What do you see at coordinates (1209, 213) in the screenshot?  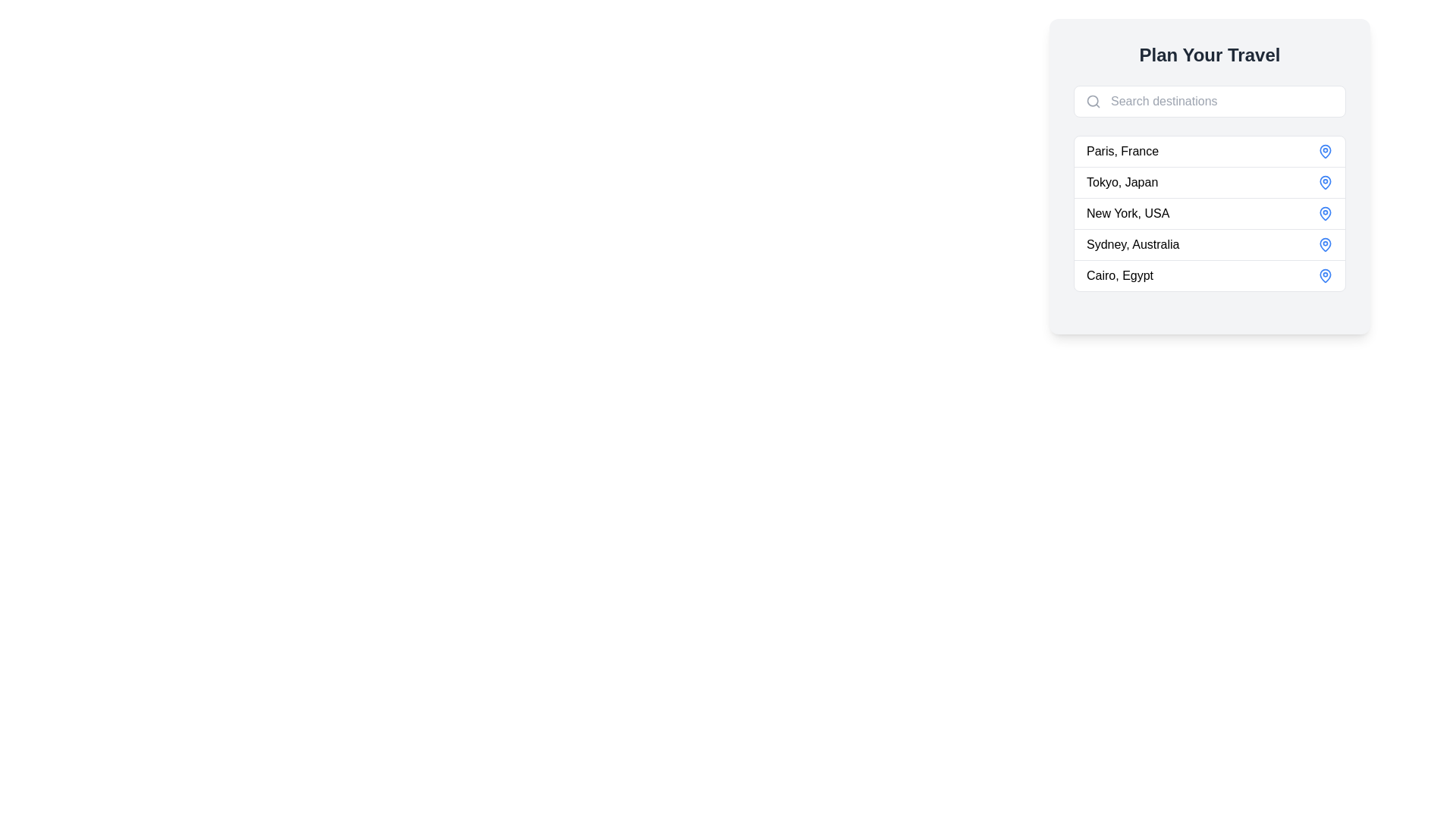 I see `the third row list item for 'New York, USA'` at bounding box center [1209, 213].